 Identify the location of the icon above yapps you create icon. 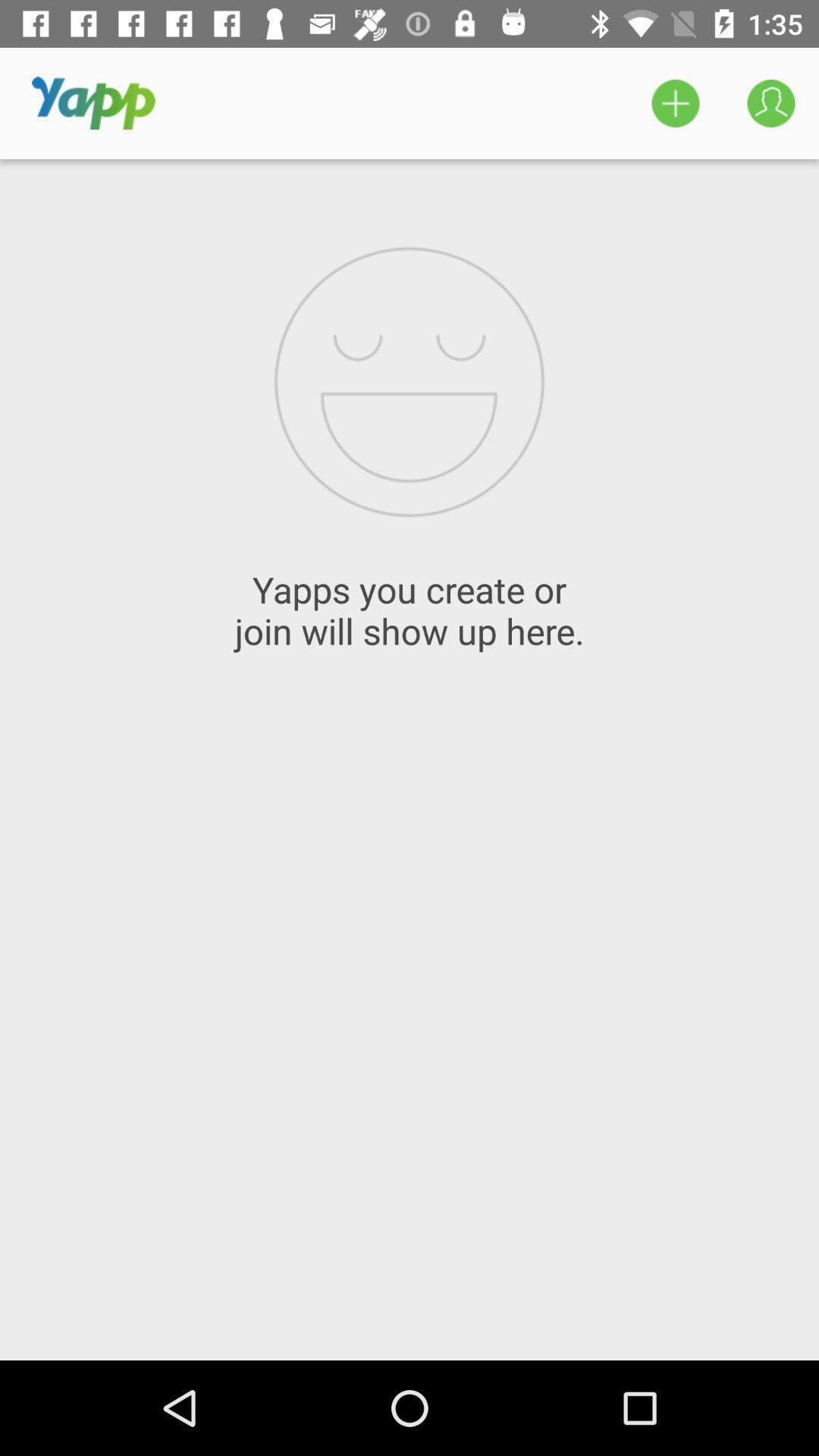
(771, 102).